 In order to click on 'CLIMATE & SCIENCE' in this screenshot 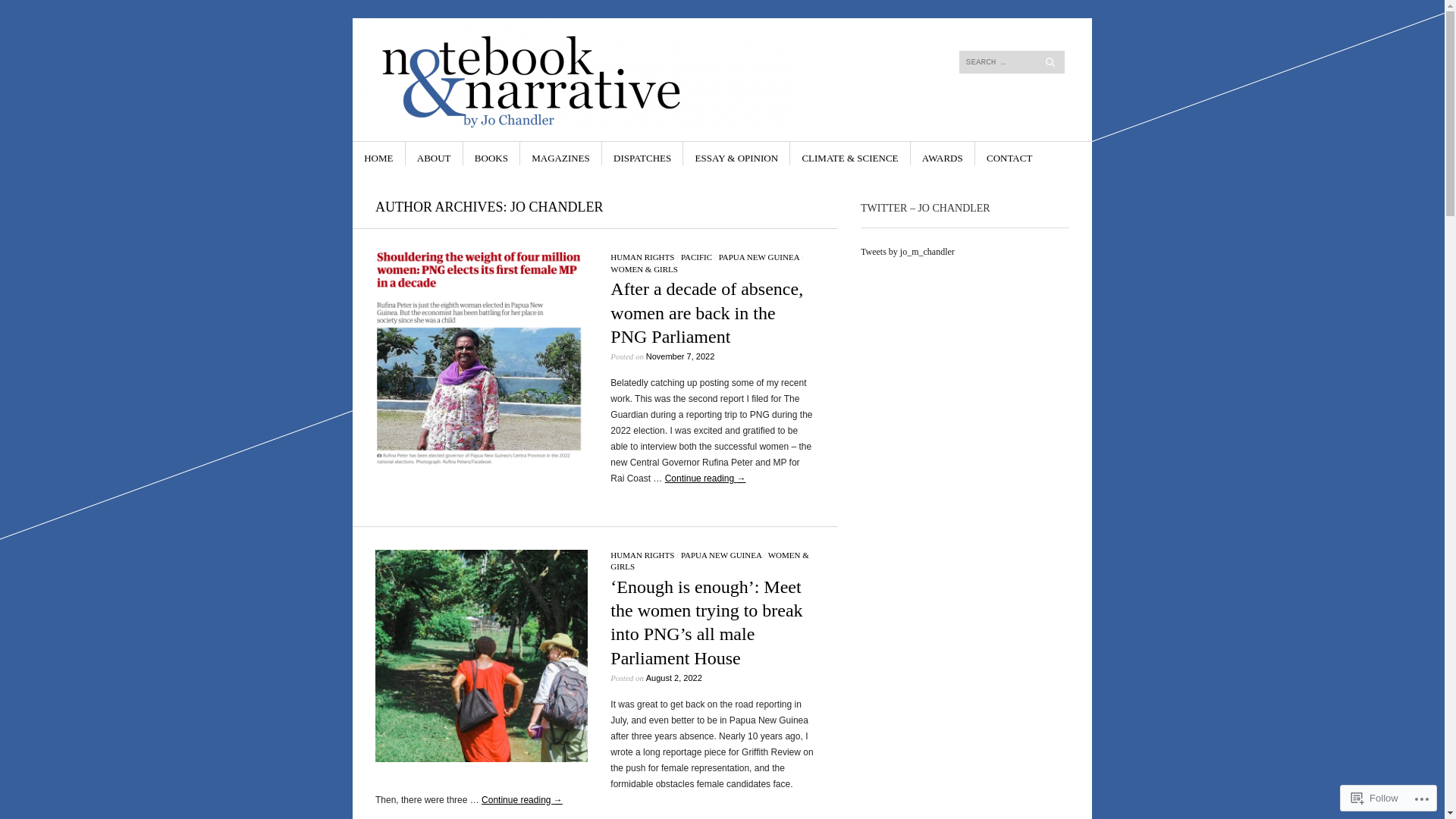, I will do `click(849, 153)`.